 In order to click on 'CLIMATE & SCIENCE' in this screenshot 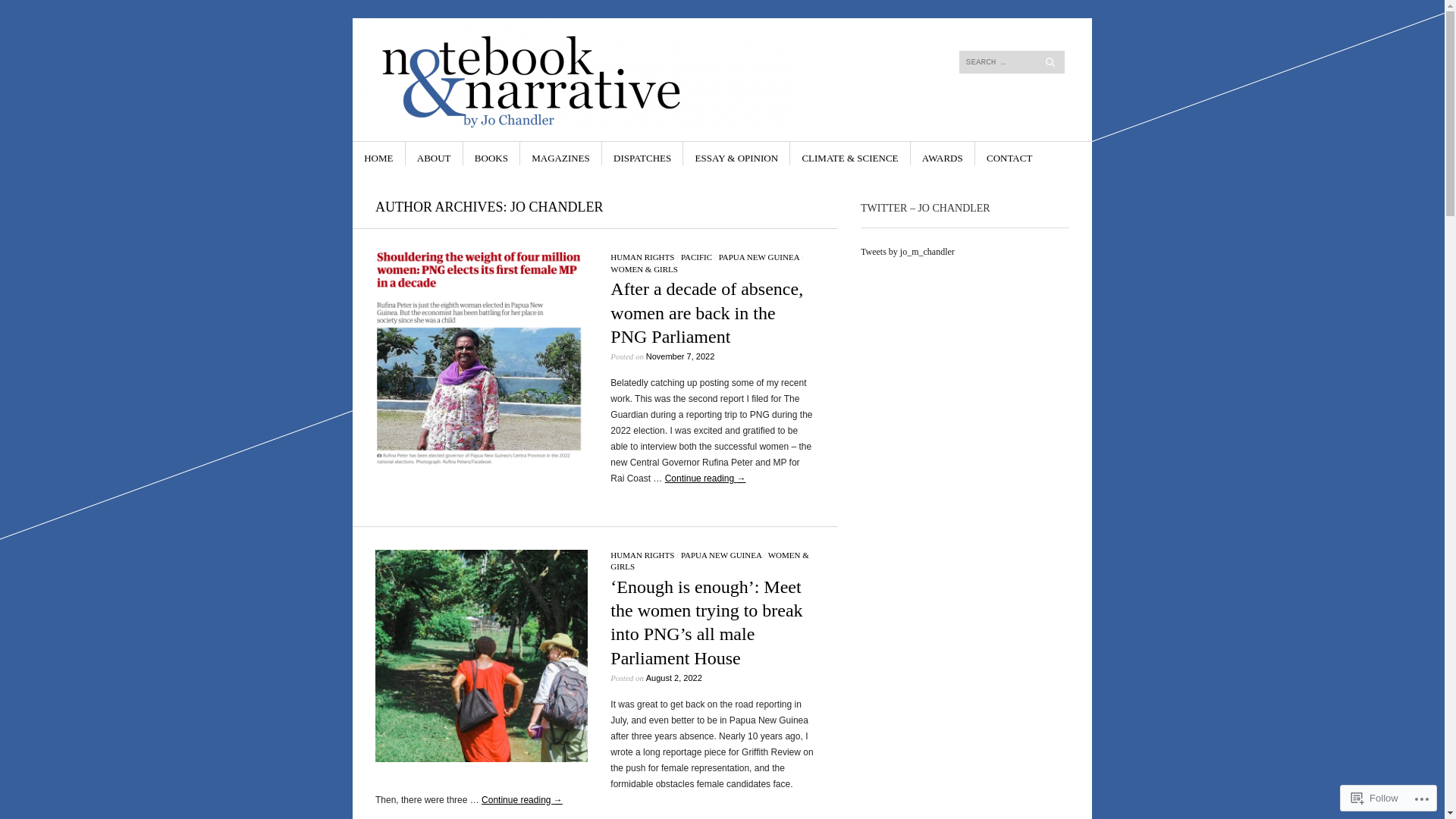, I will do `click(849, 153)`.